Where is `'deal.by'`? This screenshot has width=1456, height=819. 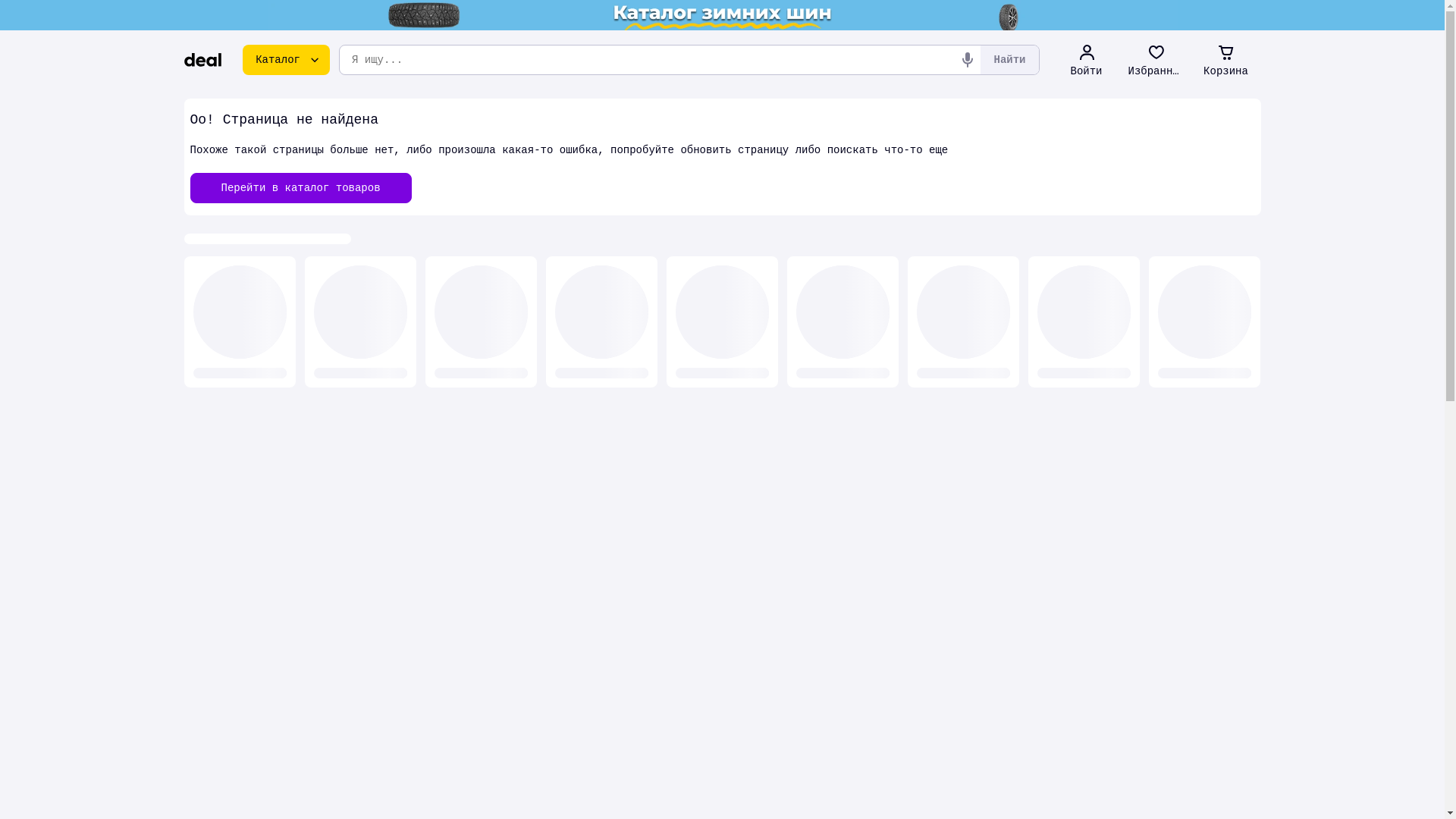
'deal.by' is located at coordinates (202, 58).